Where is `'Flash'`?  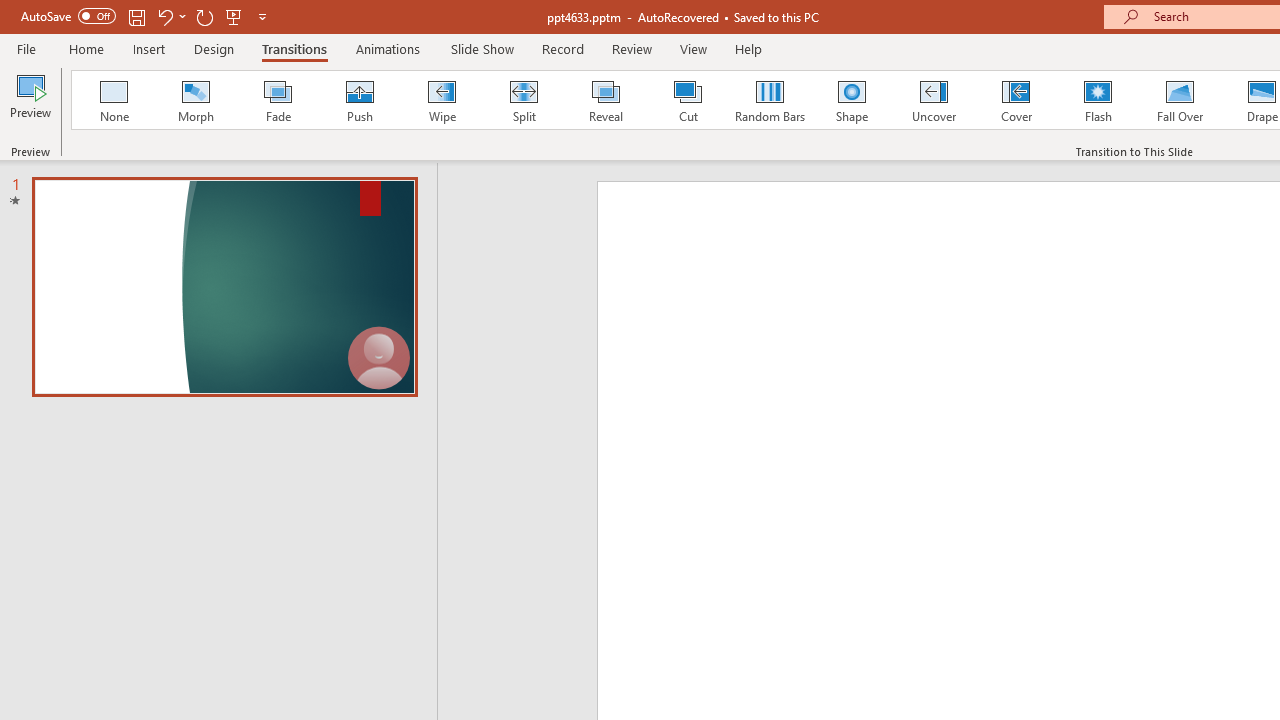
'Flash' is located at coordinates (1097, 100).